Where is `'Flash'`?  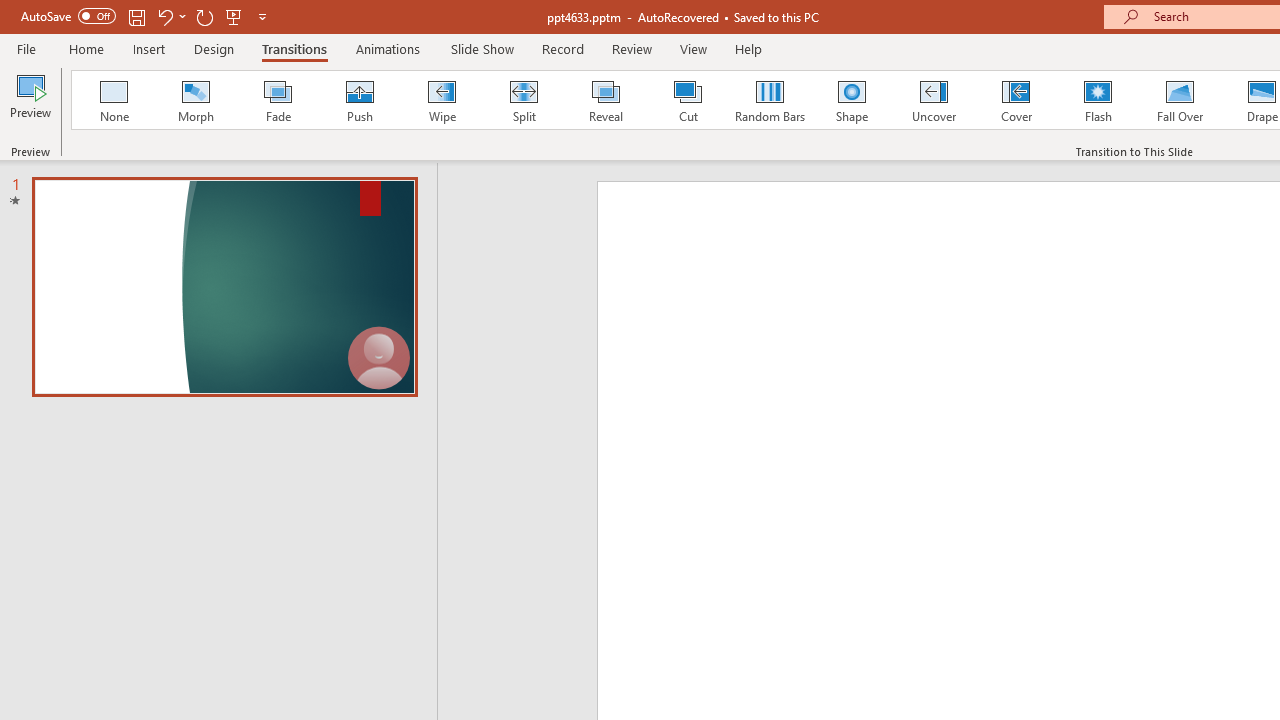
'Flash' is located at coordinates (1097, 100).